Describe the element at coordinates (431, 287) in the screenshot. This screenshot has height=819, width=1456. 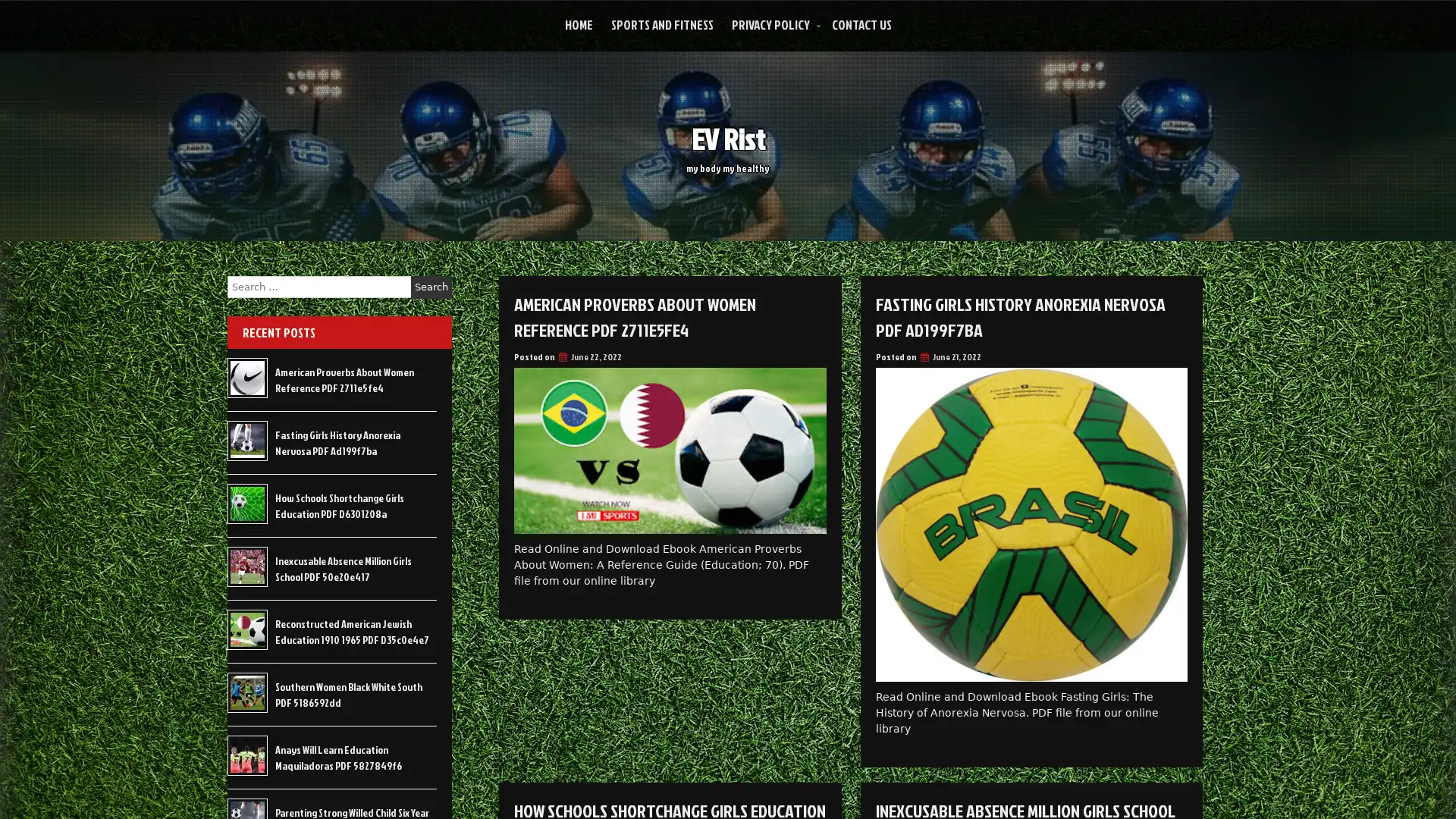
I see `Search` at that location.